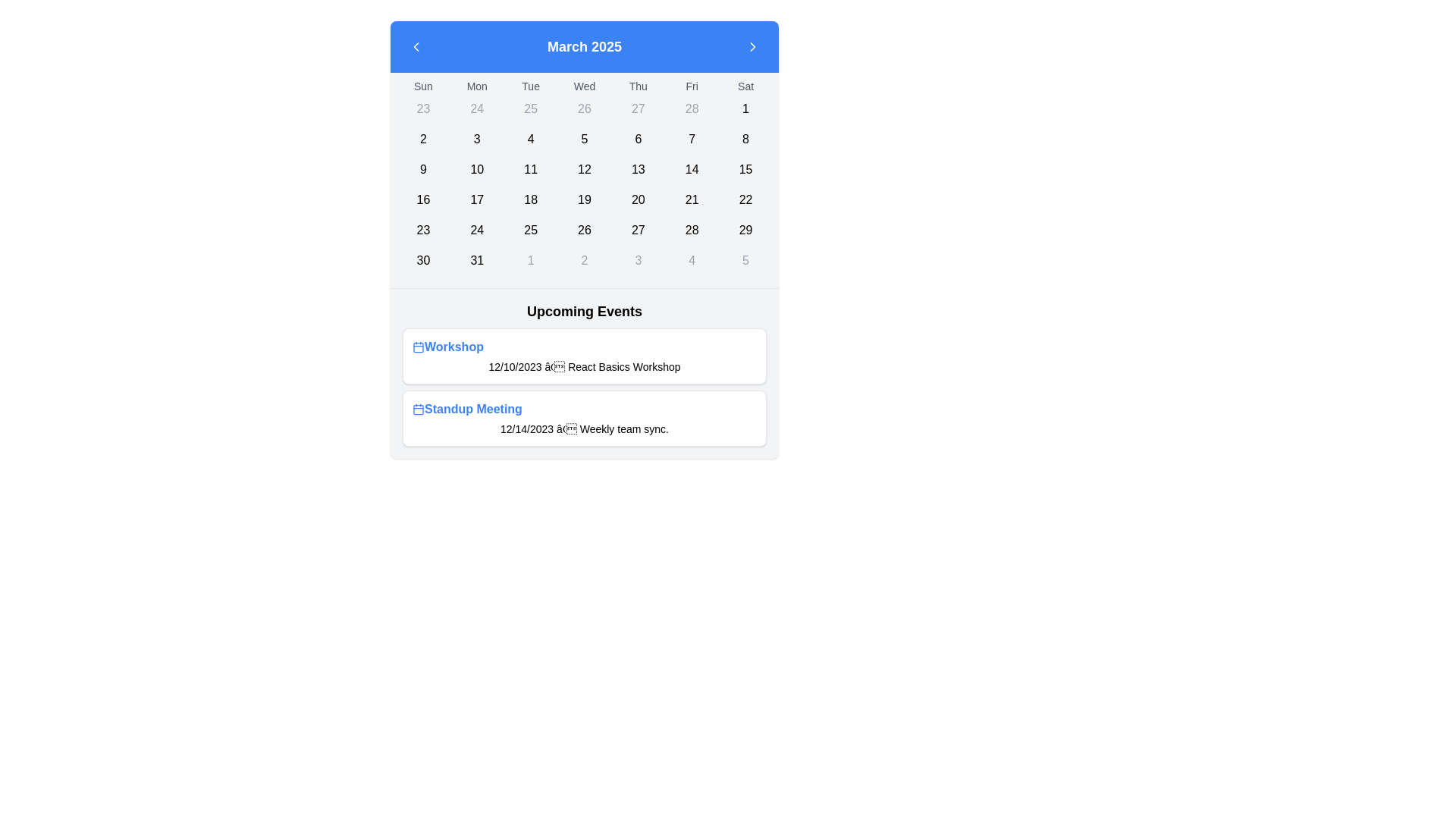 This screenshot has width=1456, height=819. What do you see at coordinates (584, 108) in the screenshot?
I see `the calendar day cell representing the date '26' in the fourth column of the second row under 'Wed'` at bounding box center [584, 108].